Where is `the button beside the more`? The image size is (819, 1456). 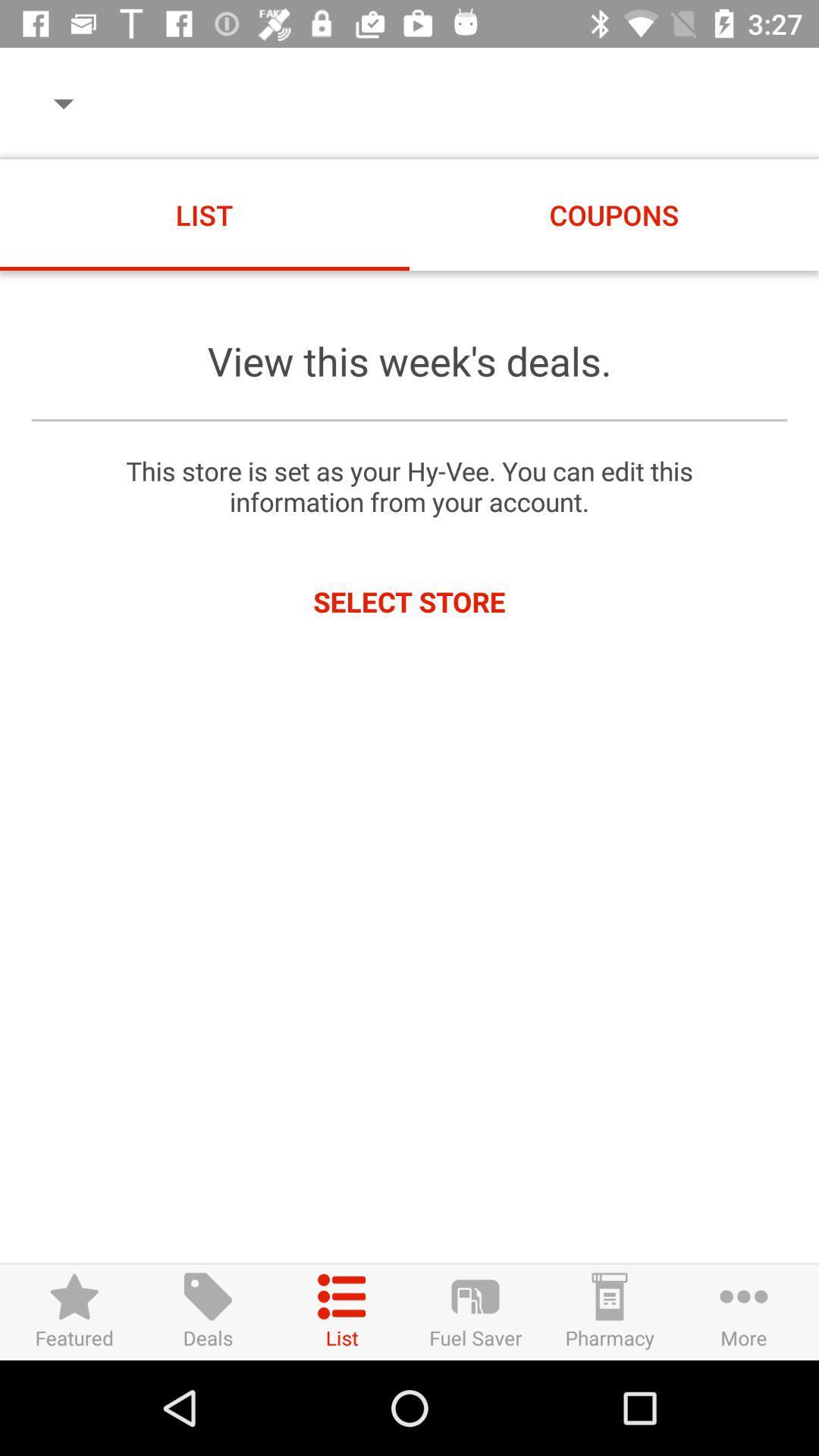
the button beside the more is located at coordinates (609, 1311).